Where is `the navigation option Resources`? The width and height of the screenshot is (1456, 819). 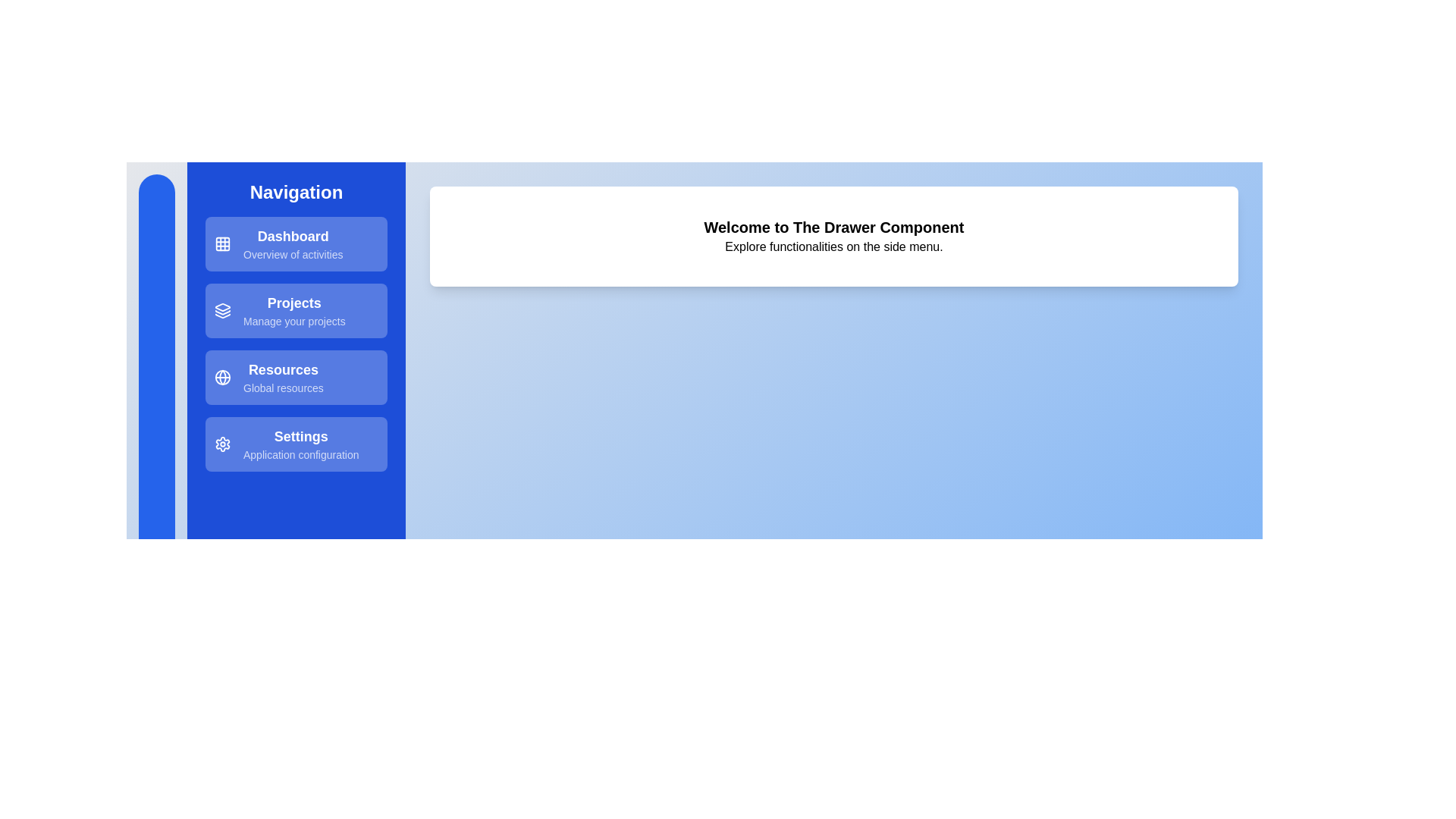
the navigation option Resources is located at coordinates (296, 376).